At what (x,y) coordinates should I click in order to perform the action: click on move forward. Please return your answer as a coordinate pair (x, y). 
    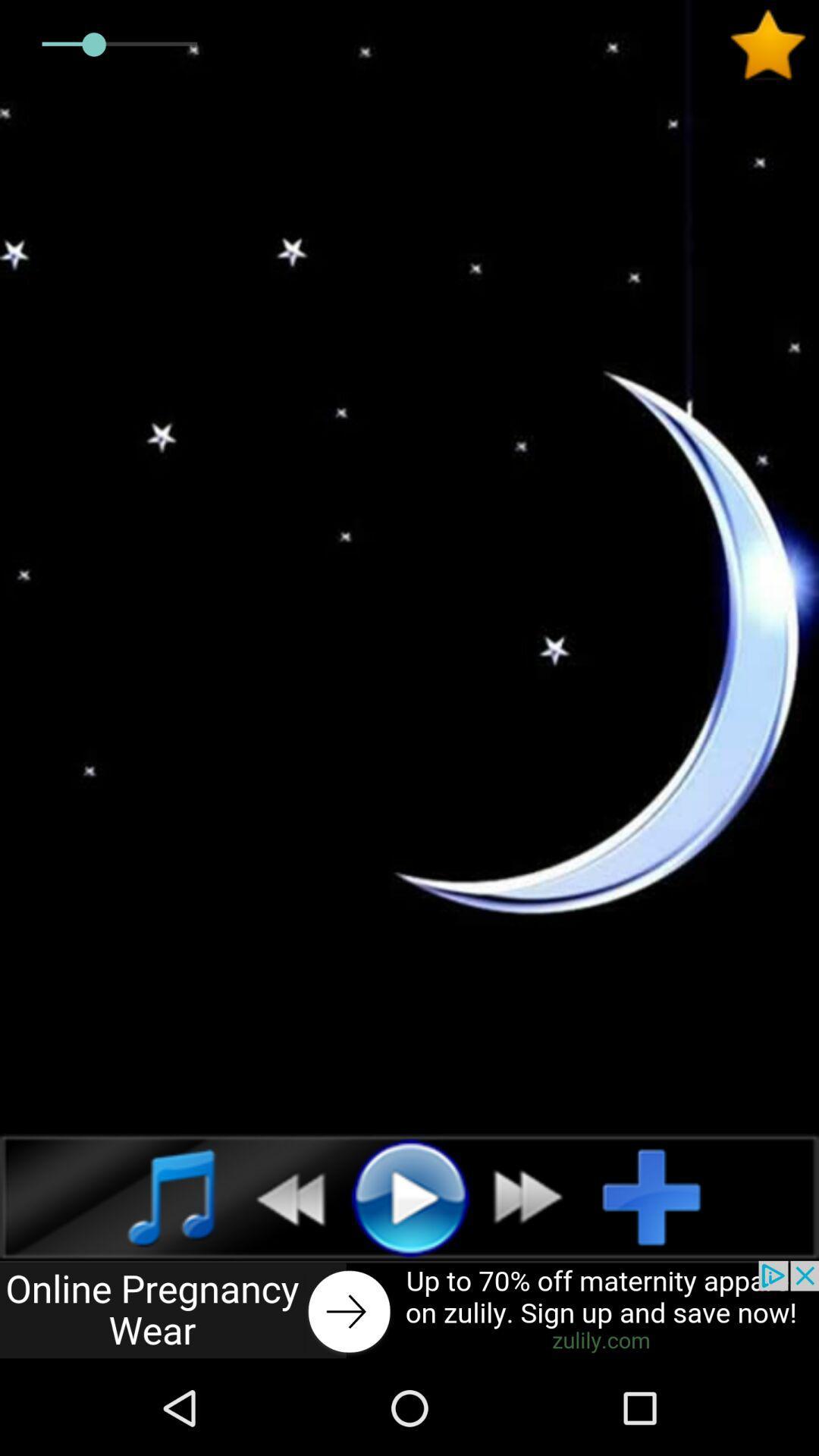
    Looking at the image, I should click on (536, 1196).